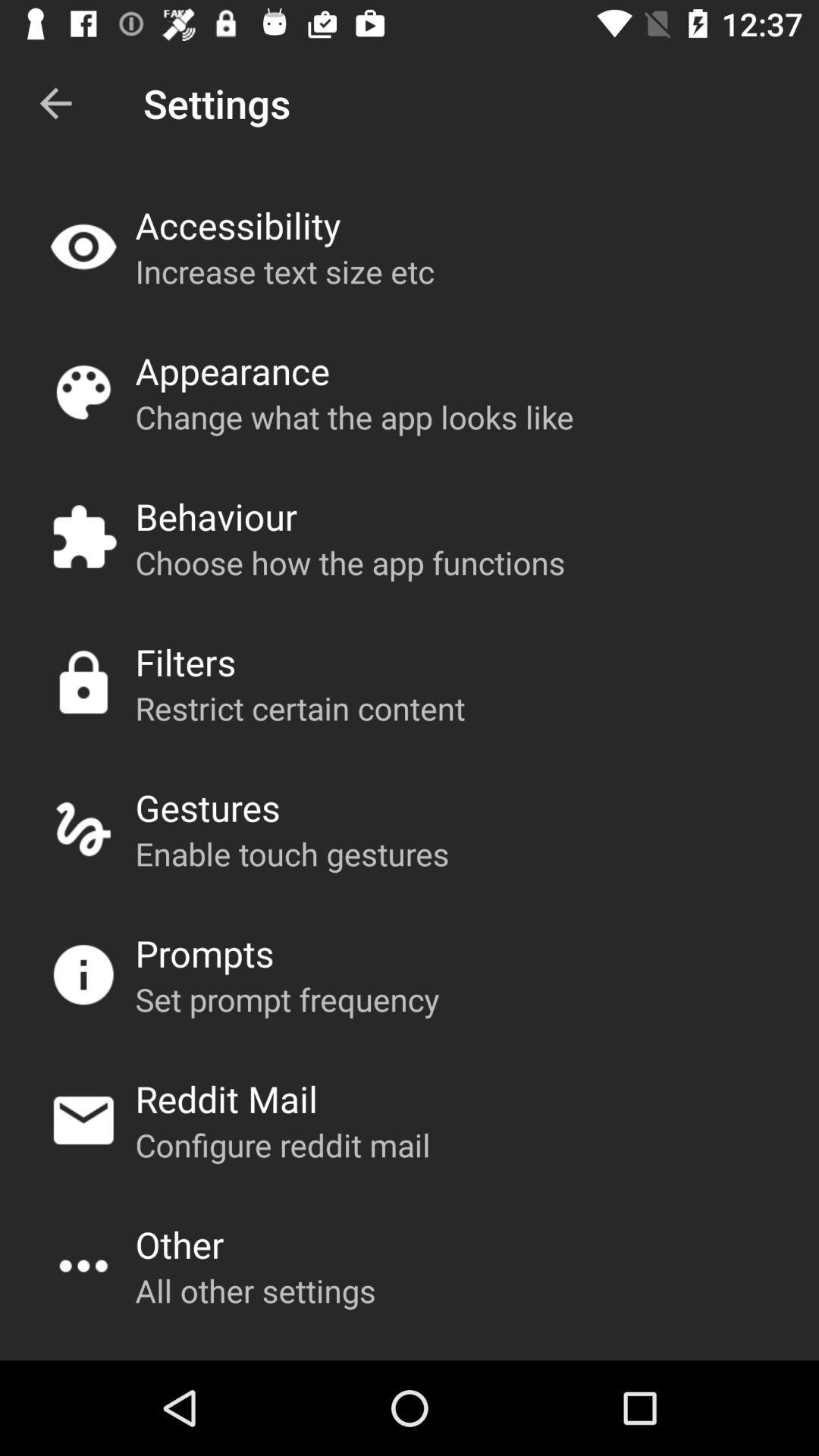 This screenshot has height=1456, width=819. I want to click on the item above set prompt frequency, so click(205, 952).